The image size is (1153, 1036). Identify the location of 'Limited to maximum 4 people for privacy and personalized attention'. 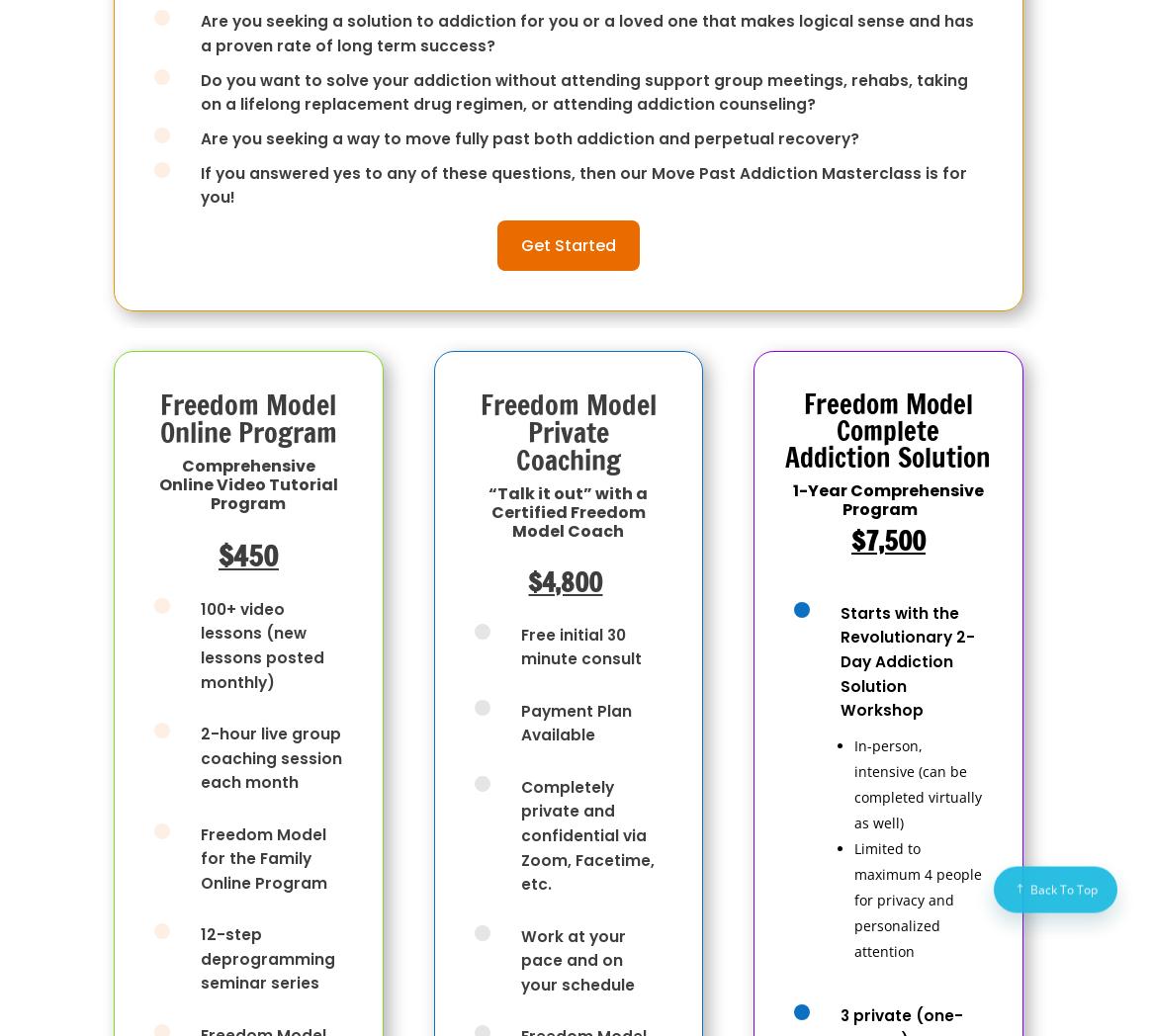
(917, 898).